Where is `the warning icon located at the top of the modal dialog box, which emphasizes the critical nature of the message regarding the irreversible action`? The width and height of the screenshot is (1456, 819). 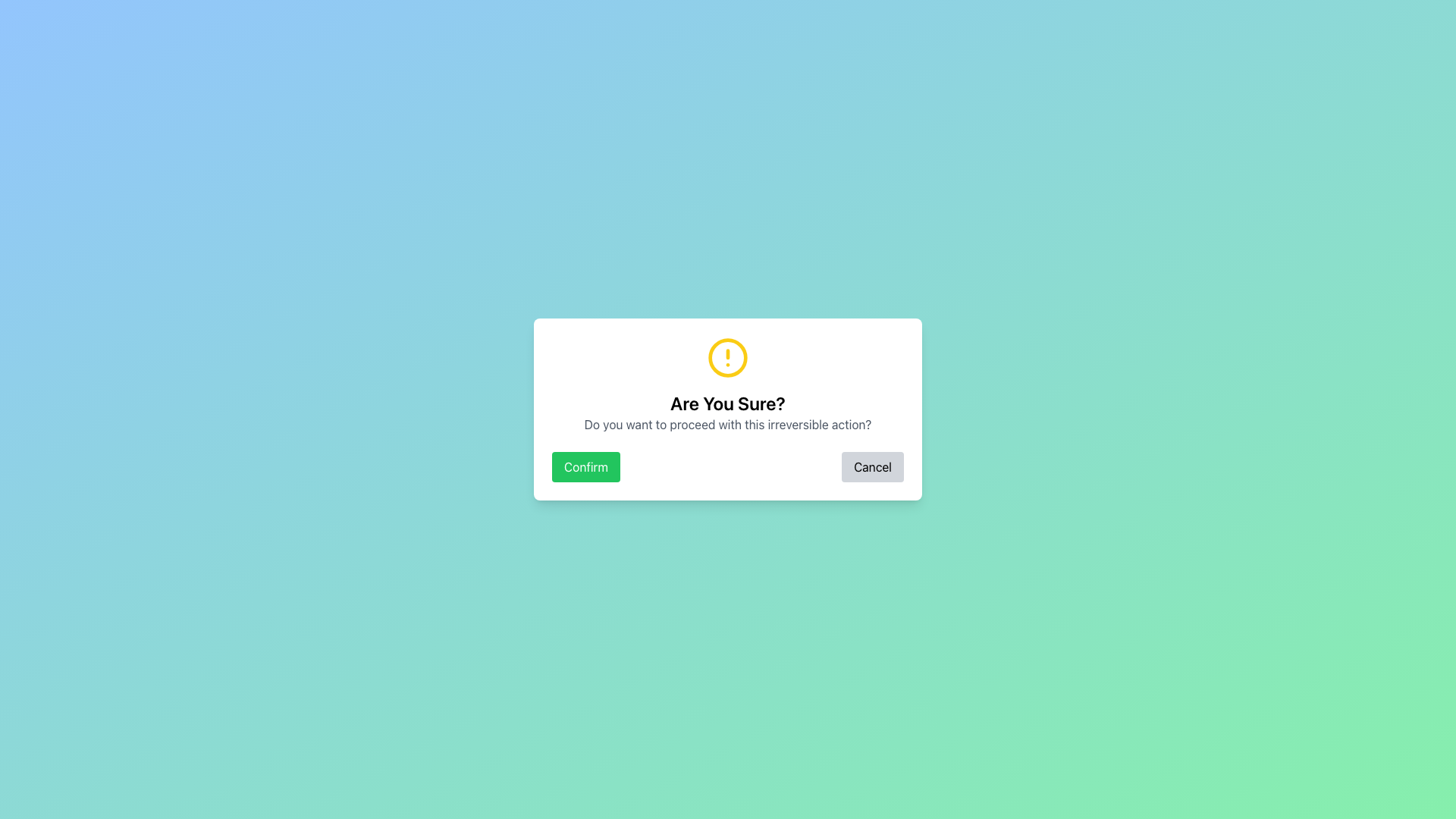 the warning icon located at the top of the modal dialog box, which emphasizes the critical nature of the message regarding the irreversible action is located at coordinates (728, 357).